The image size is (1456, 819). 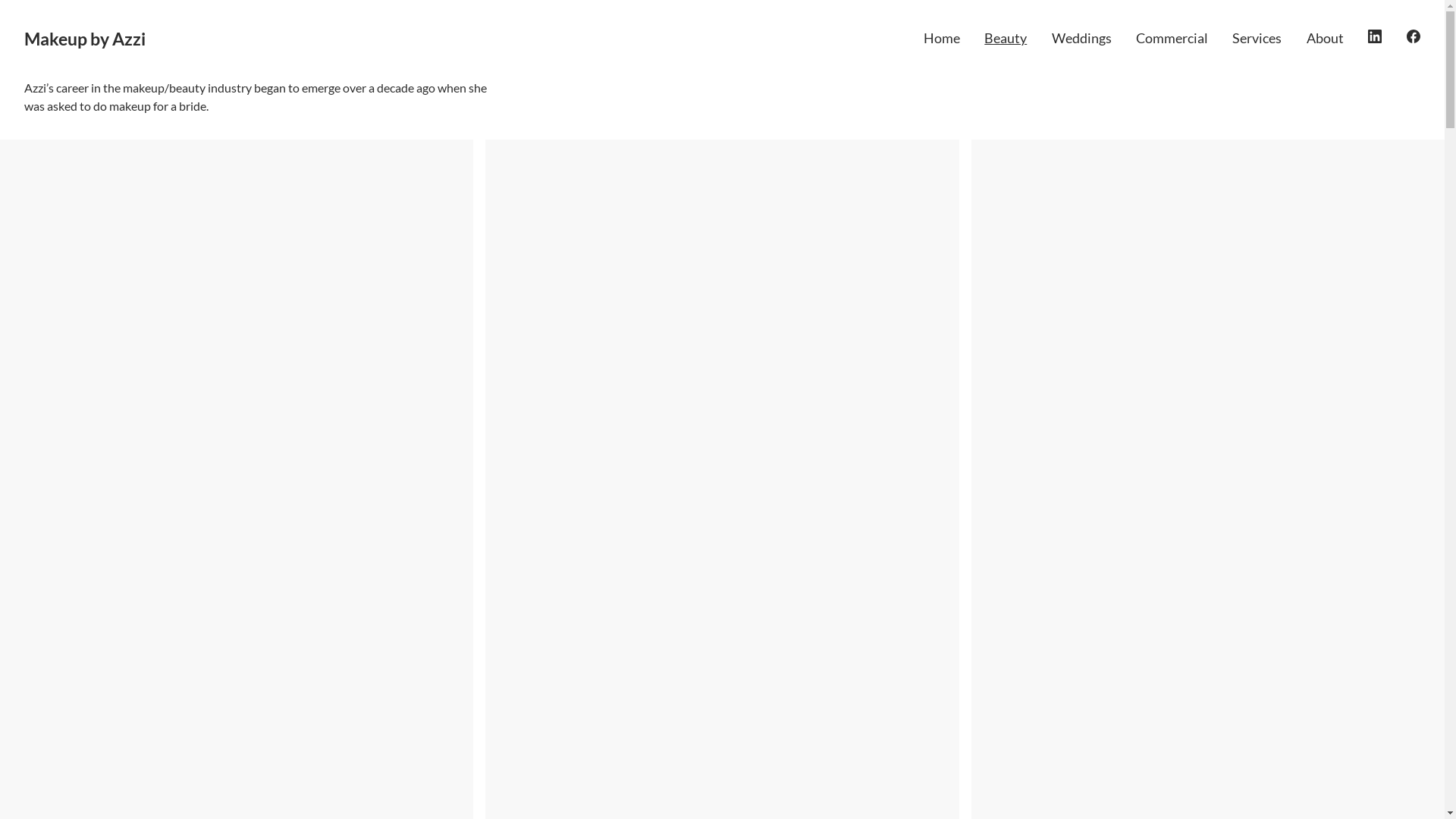 What do you see at coordinates (941, 37) in the screenshot?
I see `'Home'` at bounding box center [941, 37].